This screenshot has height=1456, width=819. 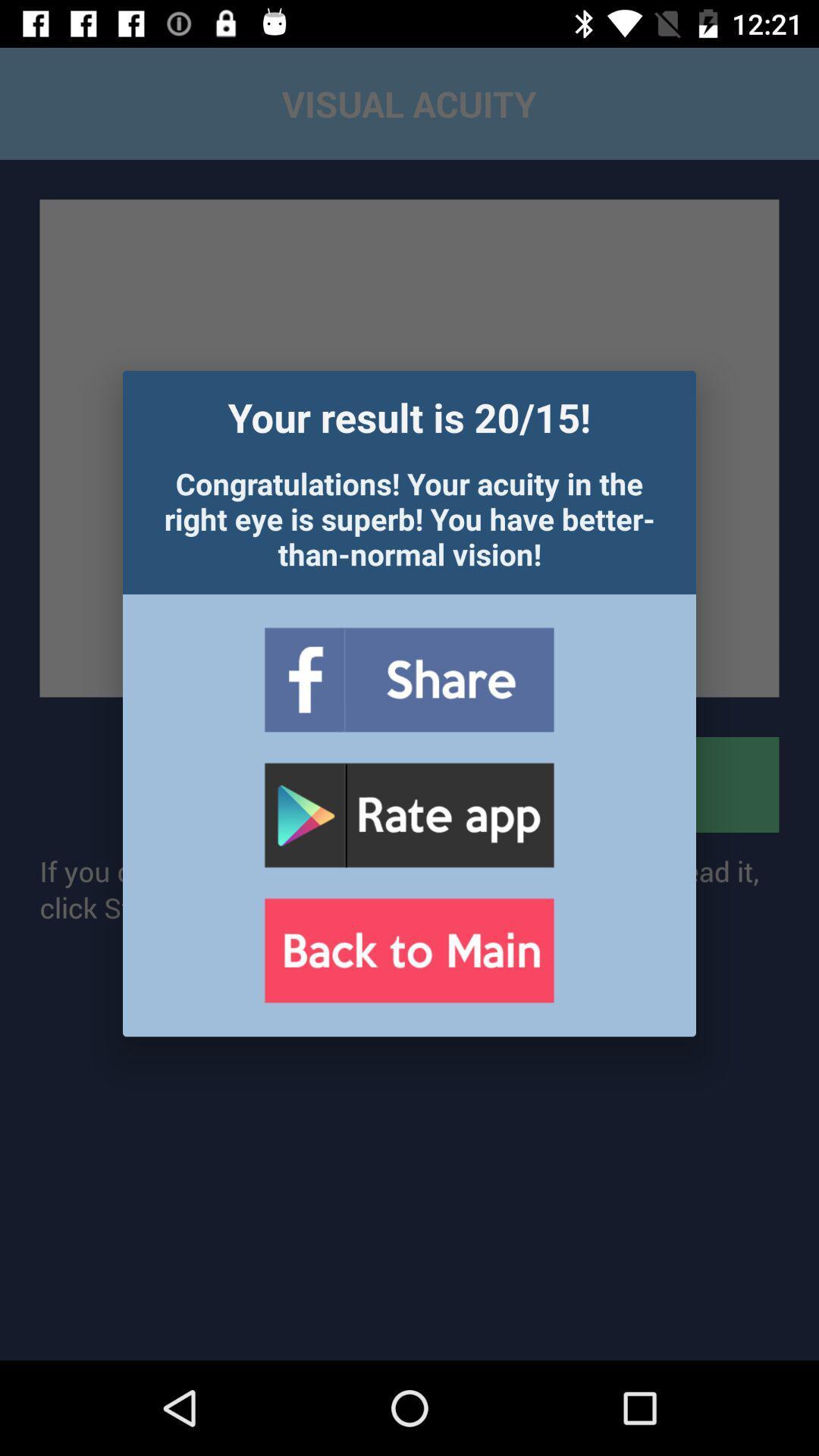 What do you see at coordinates (408, 949) in the screenshot?
I see `back to main` at bounding box center [408, 949].